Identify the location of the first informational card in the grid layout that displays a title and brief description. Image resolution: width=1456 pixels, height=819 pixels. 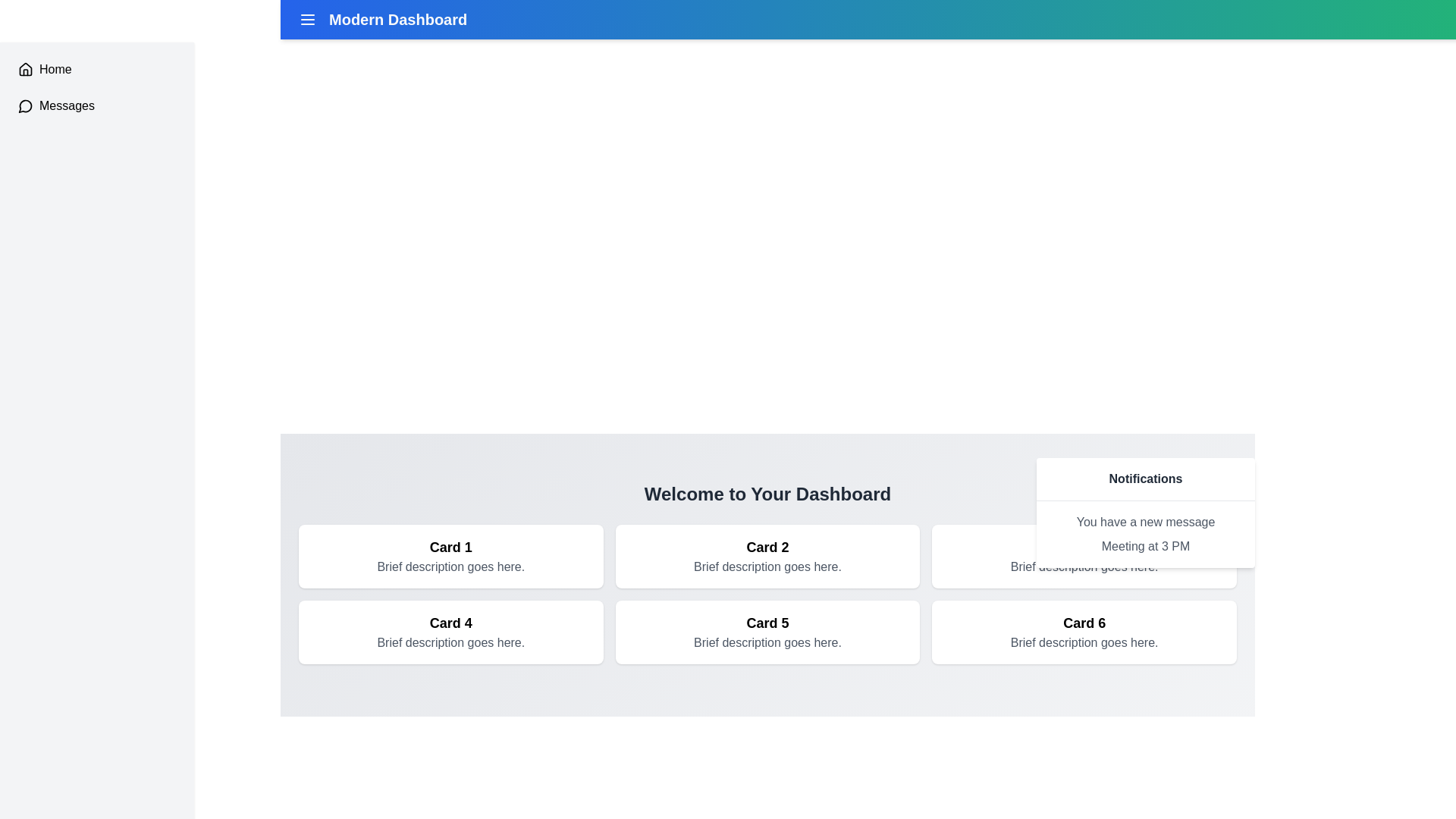
(450, 556).